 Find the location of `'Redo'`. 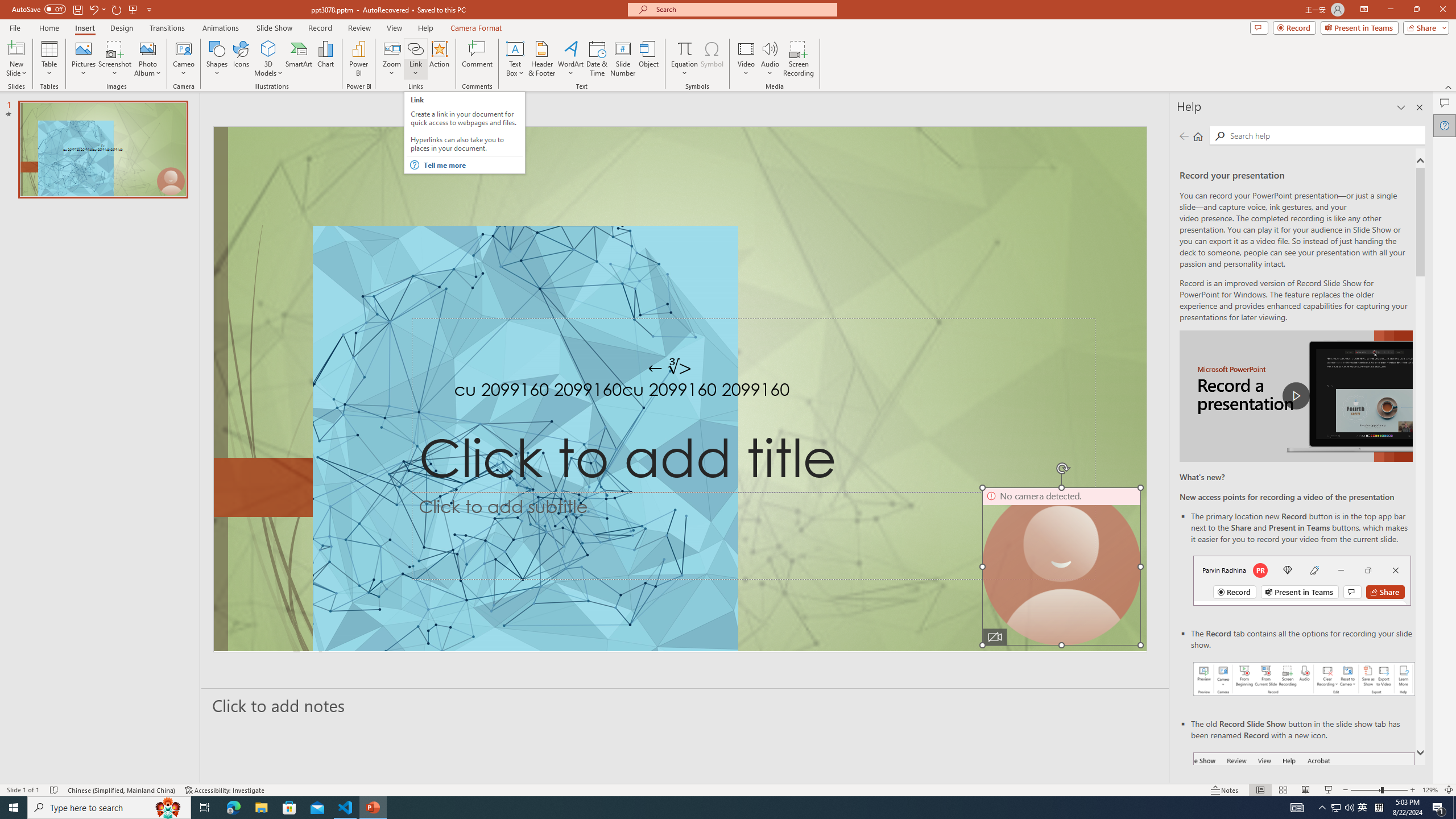

'Redo' is located at coordinates (117, 9).